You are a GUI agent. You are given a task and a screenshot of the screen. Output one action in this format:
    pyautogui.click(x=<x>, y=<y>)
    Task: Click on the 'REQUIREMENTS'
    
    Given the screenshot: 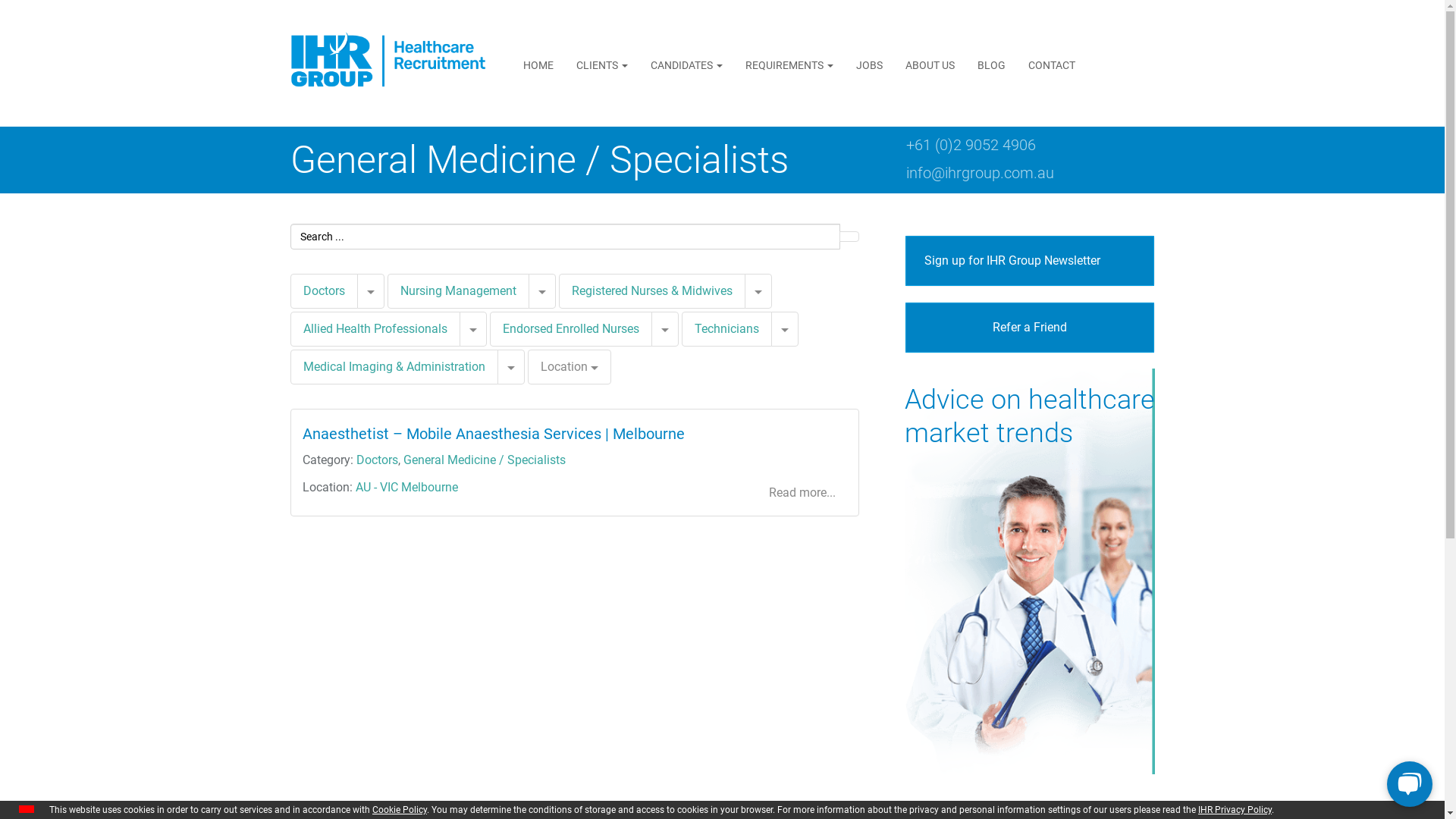 What is the action you would take?
    pyautogui.click(x=789, y=64)
    